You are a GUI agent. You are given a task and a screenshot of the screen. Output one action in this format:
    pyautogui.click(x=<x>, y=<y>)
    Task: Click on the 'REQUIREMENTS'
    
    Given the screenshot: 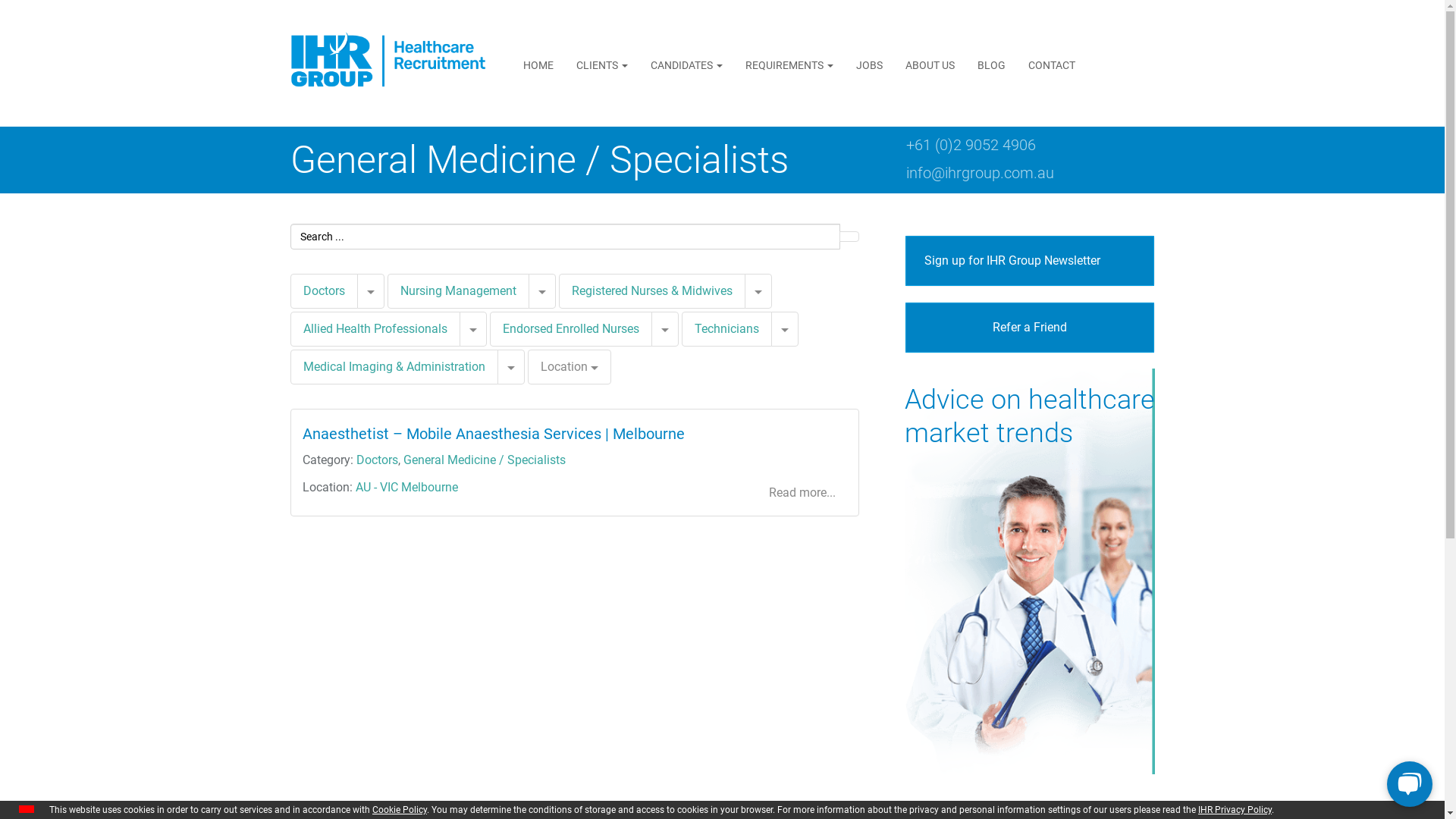 What is the action you would take?
    pyautogui.click(x=789, y=64)
    